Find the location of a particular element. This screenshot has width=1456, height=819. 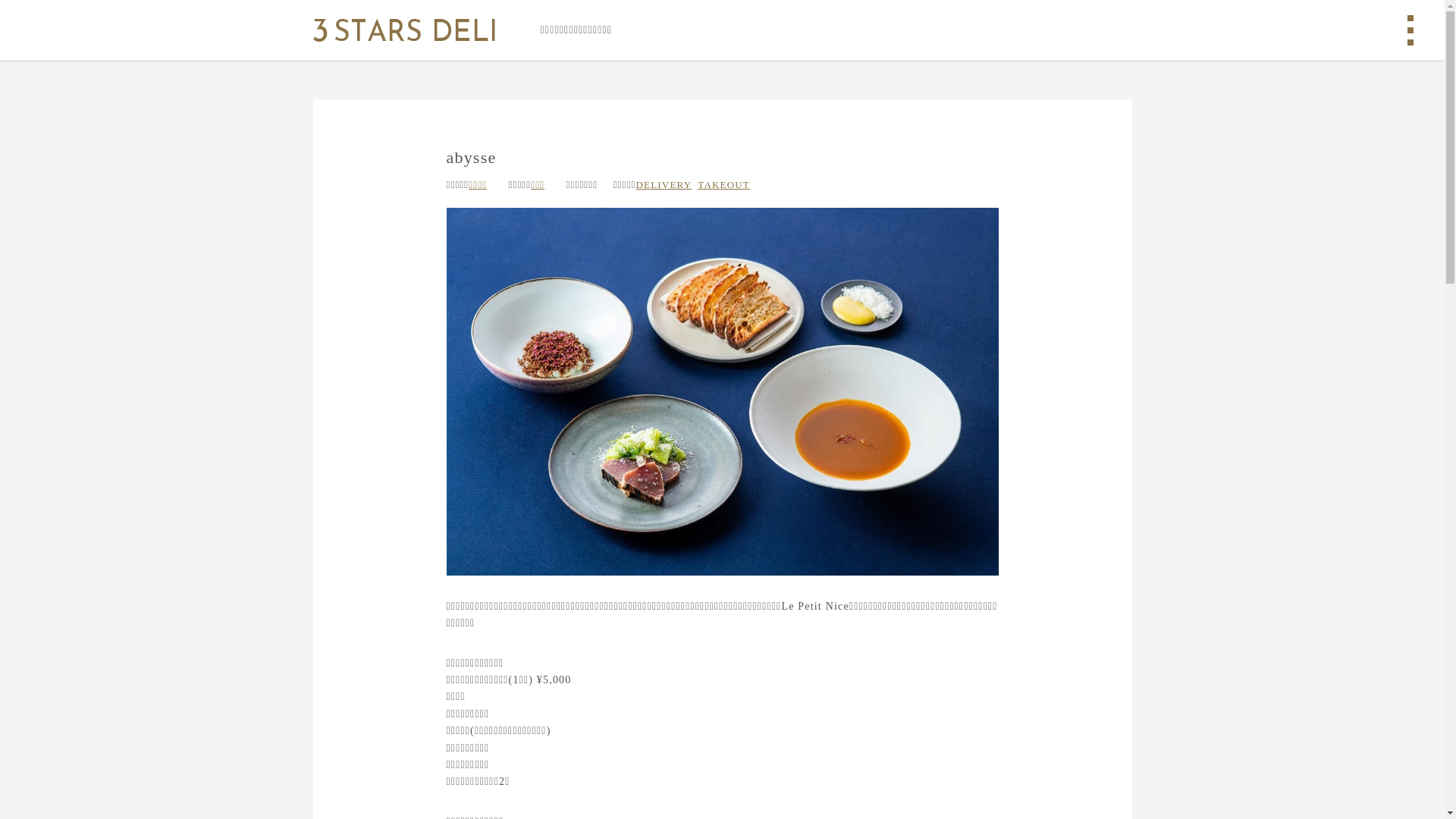

'TAKEOUT' is located at coordinates (723, 184).